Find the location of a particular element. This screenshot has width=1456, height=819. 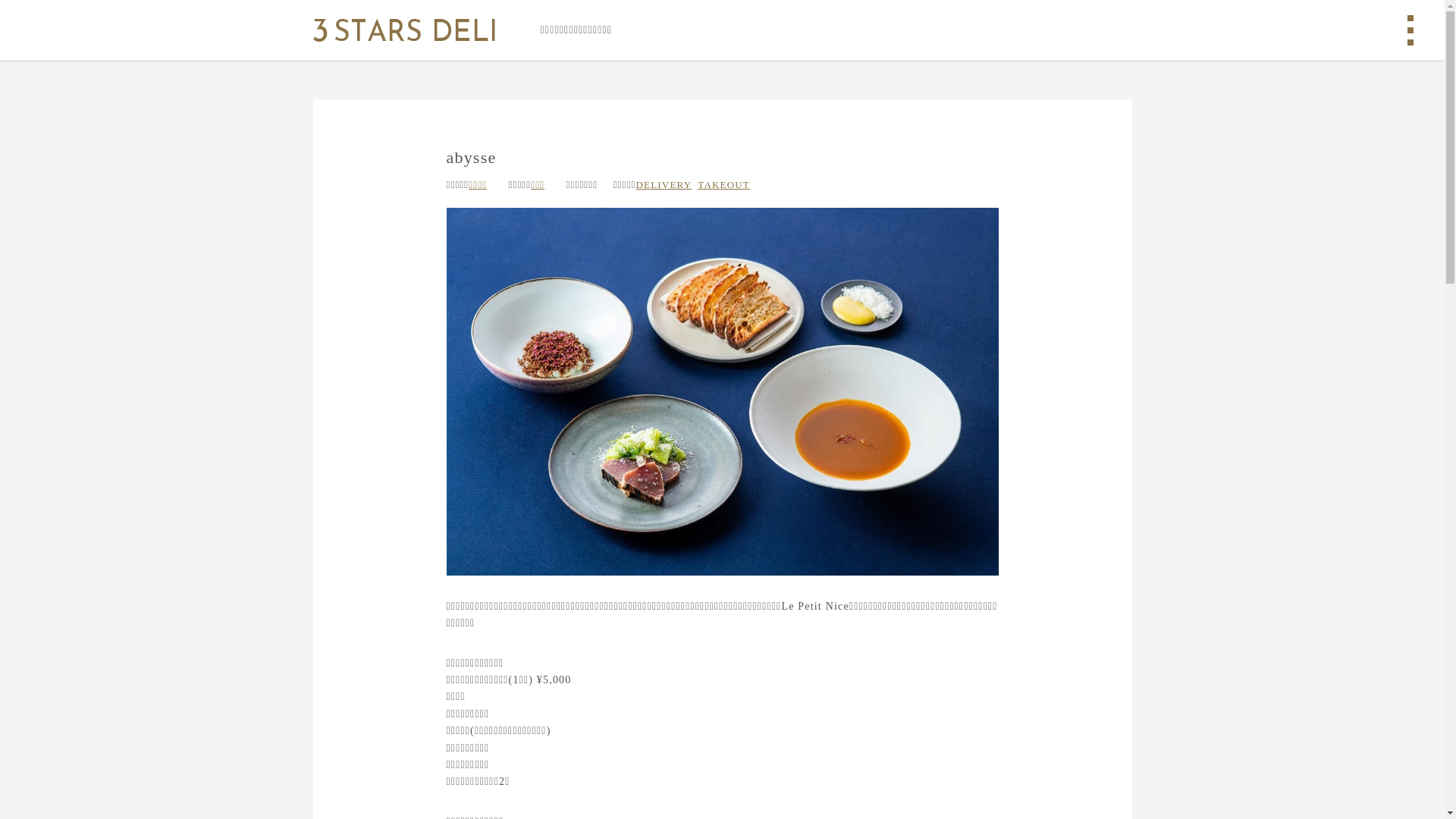

'TAKEOUT' is located at coordinates (723, 184).